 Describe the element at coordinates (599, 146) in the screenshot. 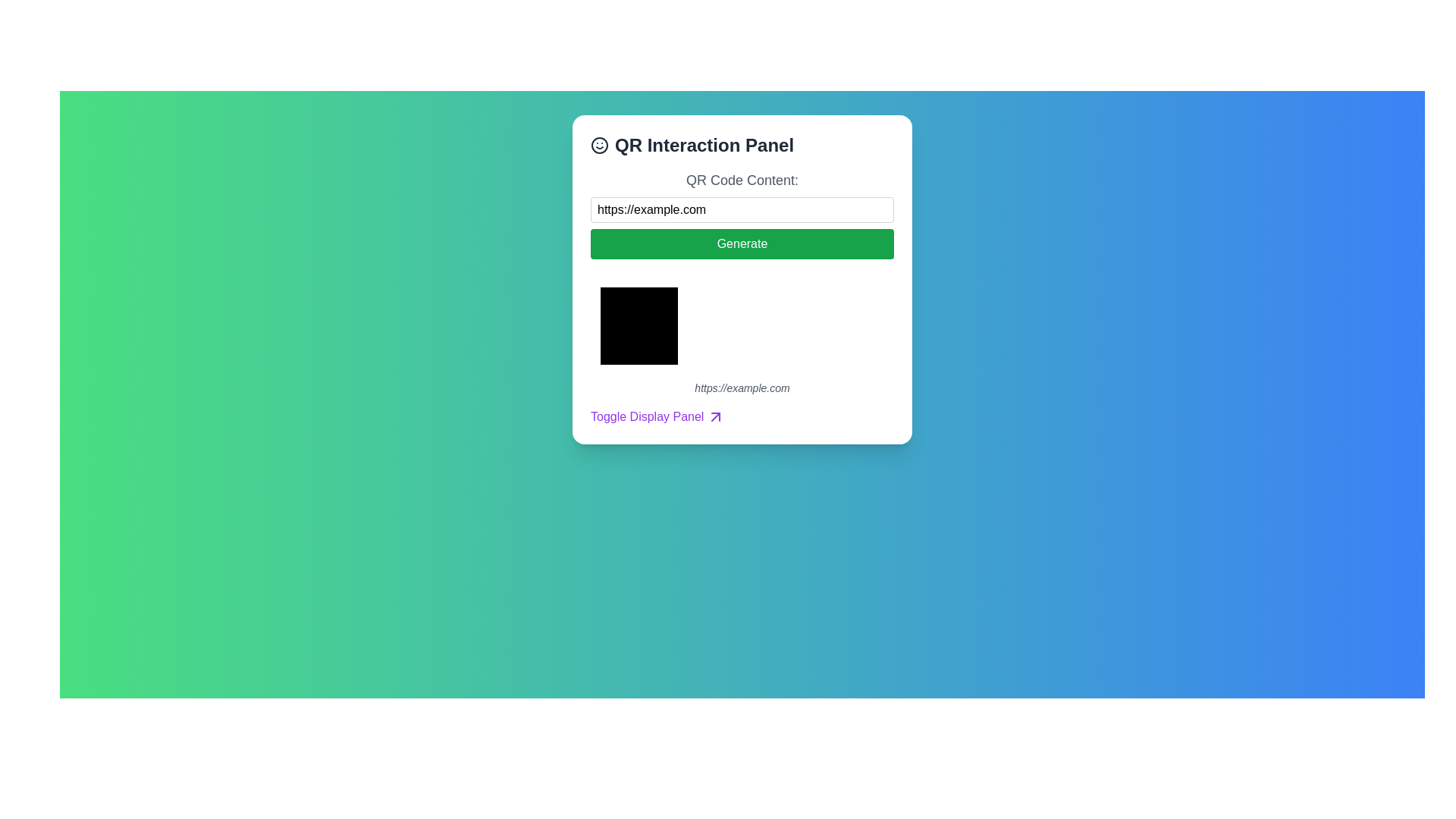

I see `the decorative icon located to the left of the 'QR Interaction Panel' title in the header of the panel` at that location.